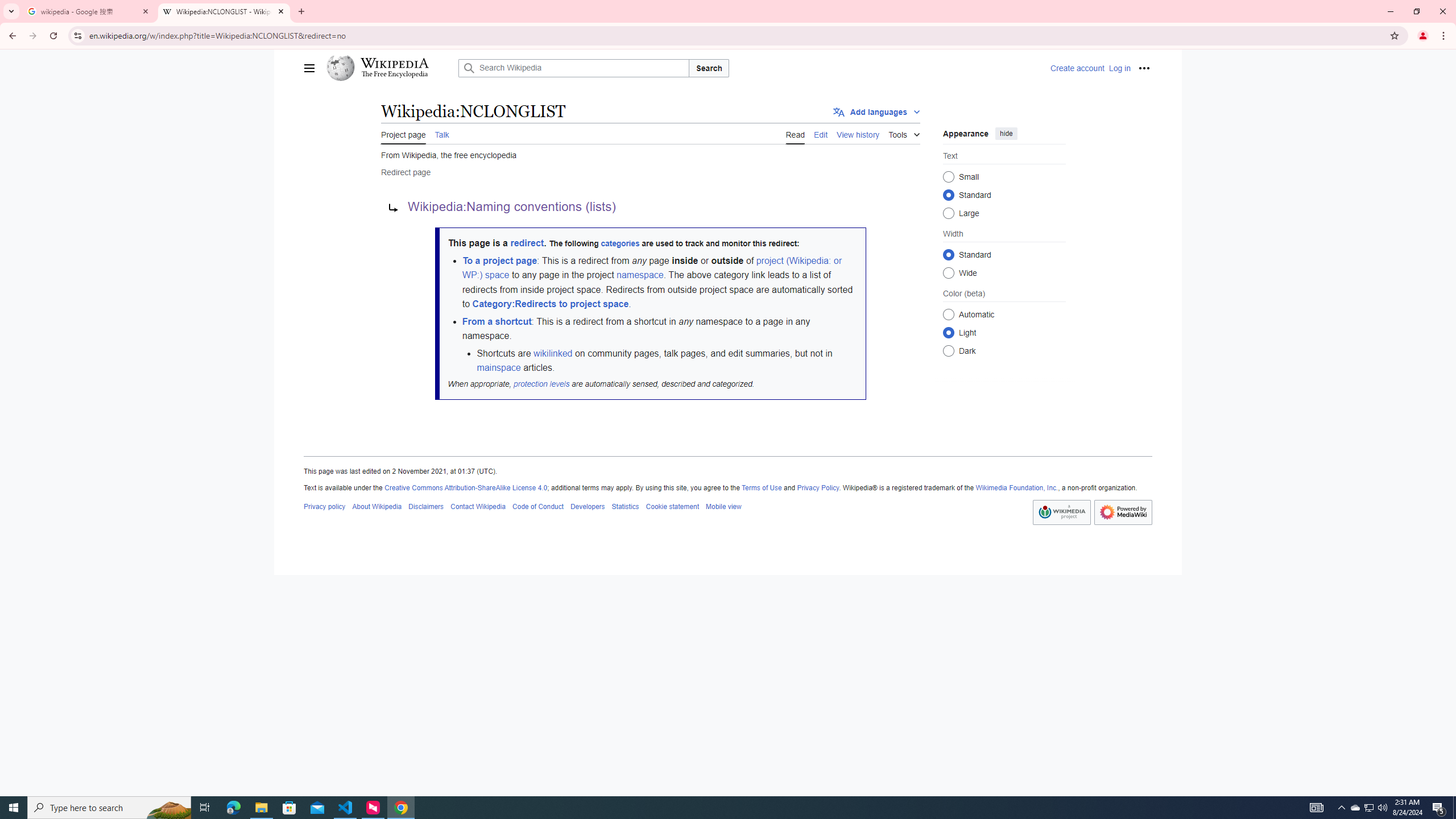 Image resolution: width=1456 pixels, height=819 pixels. What do you see at coordinates (526, 242) in the screenshot?
I see `'redirect'` at bounding box center [526, 242].